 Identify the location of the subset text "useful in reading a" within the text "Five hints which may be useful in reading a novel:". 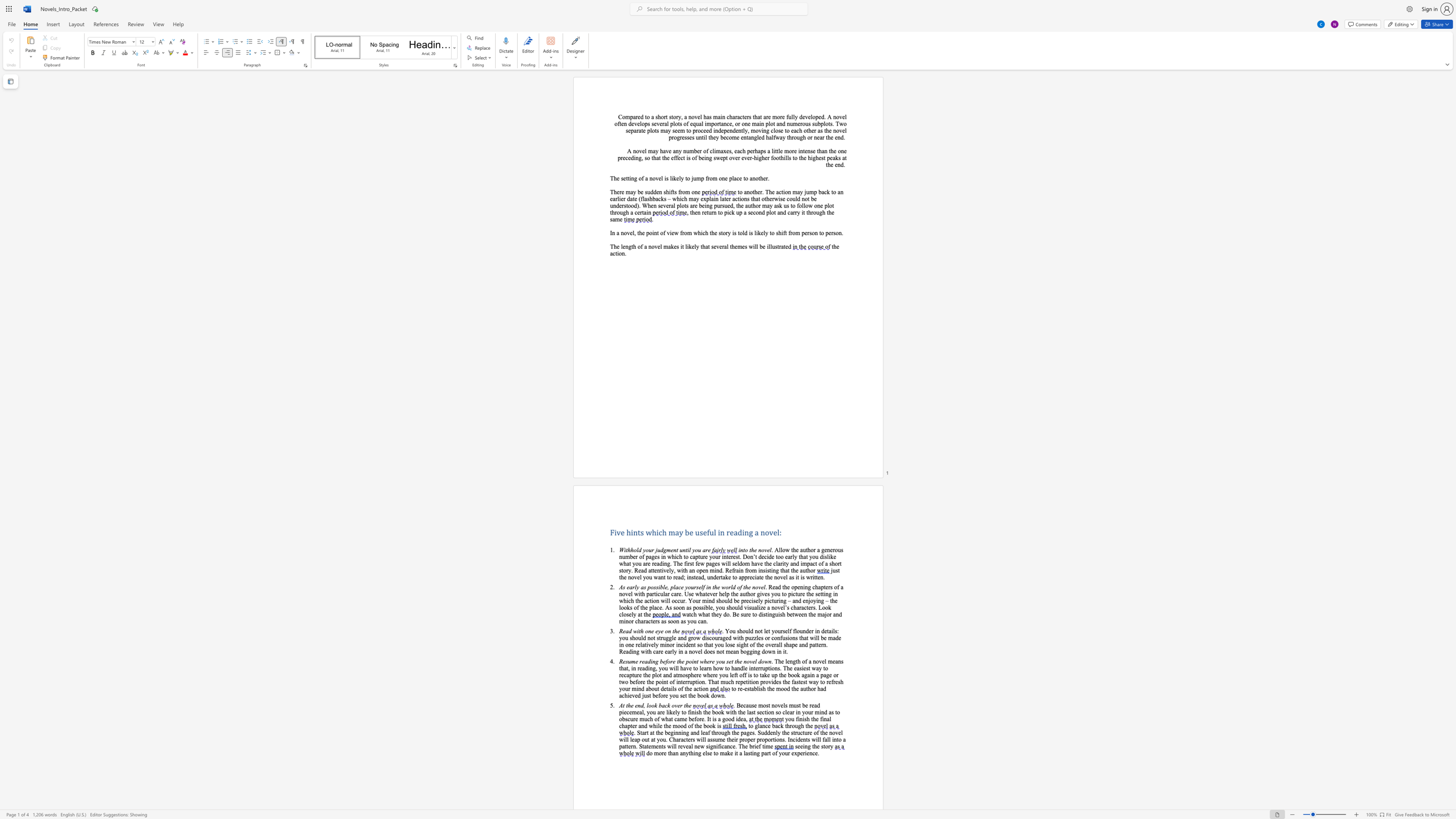
(695, 532).